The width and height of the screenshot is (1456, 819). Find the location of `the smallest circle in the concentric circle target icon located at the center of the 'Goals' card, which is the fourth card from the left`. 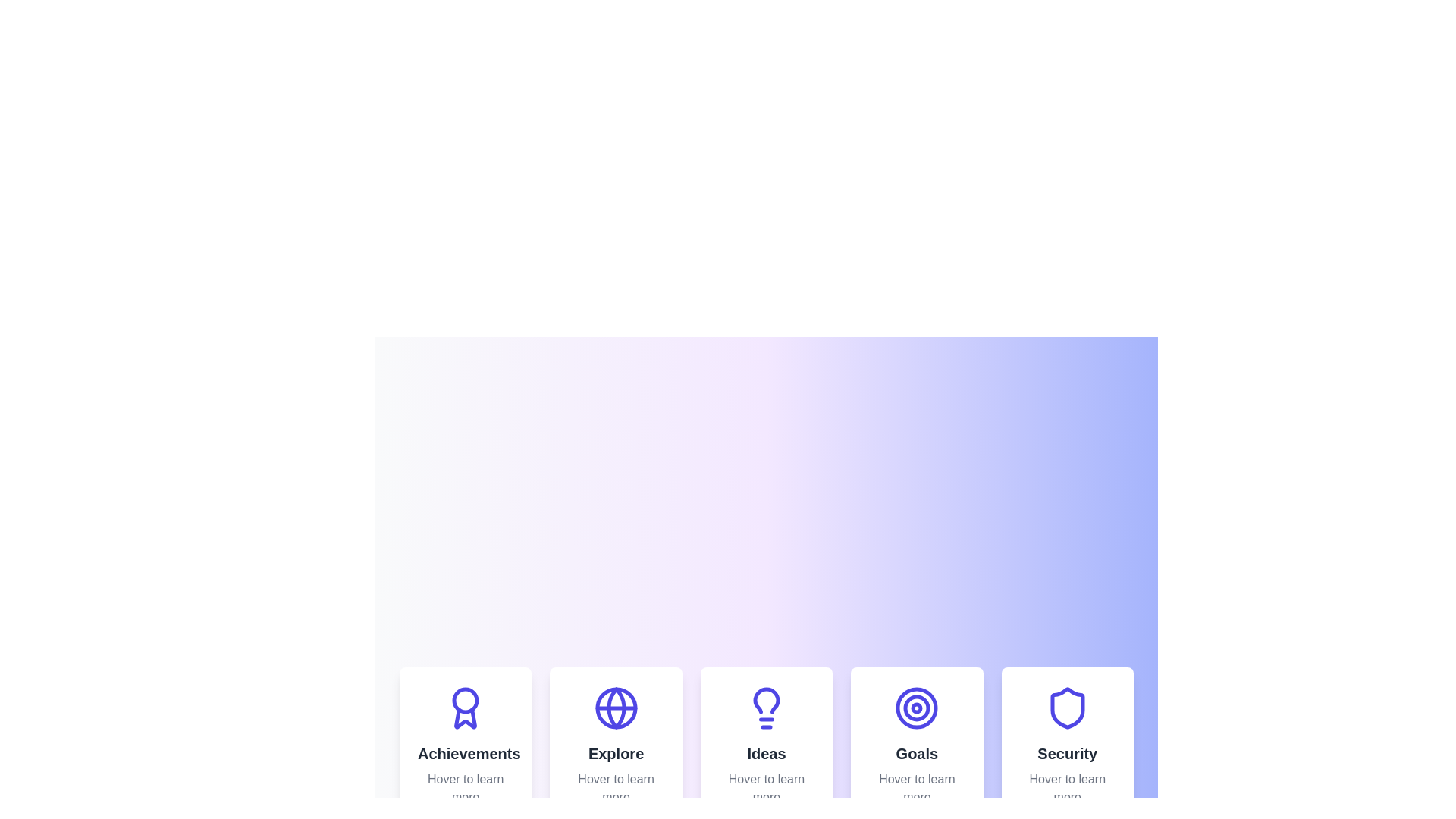

the smallest circle in the concentric circle target icon located at the center of the 'Goals' card, which is the fourth card from the left is located at coordinates (916, 708).